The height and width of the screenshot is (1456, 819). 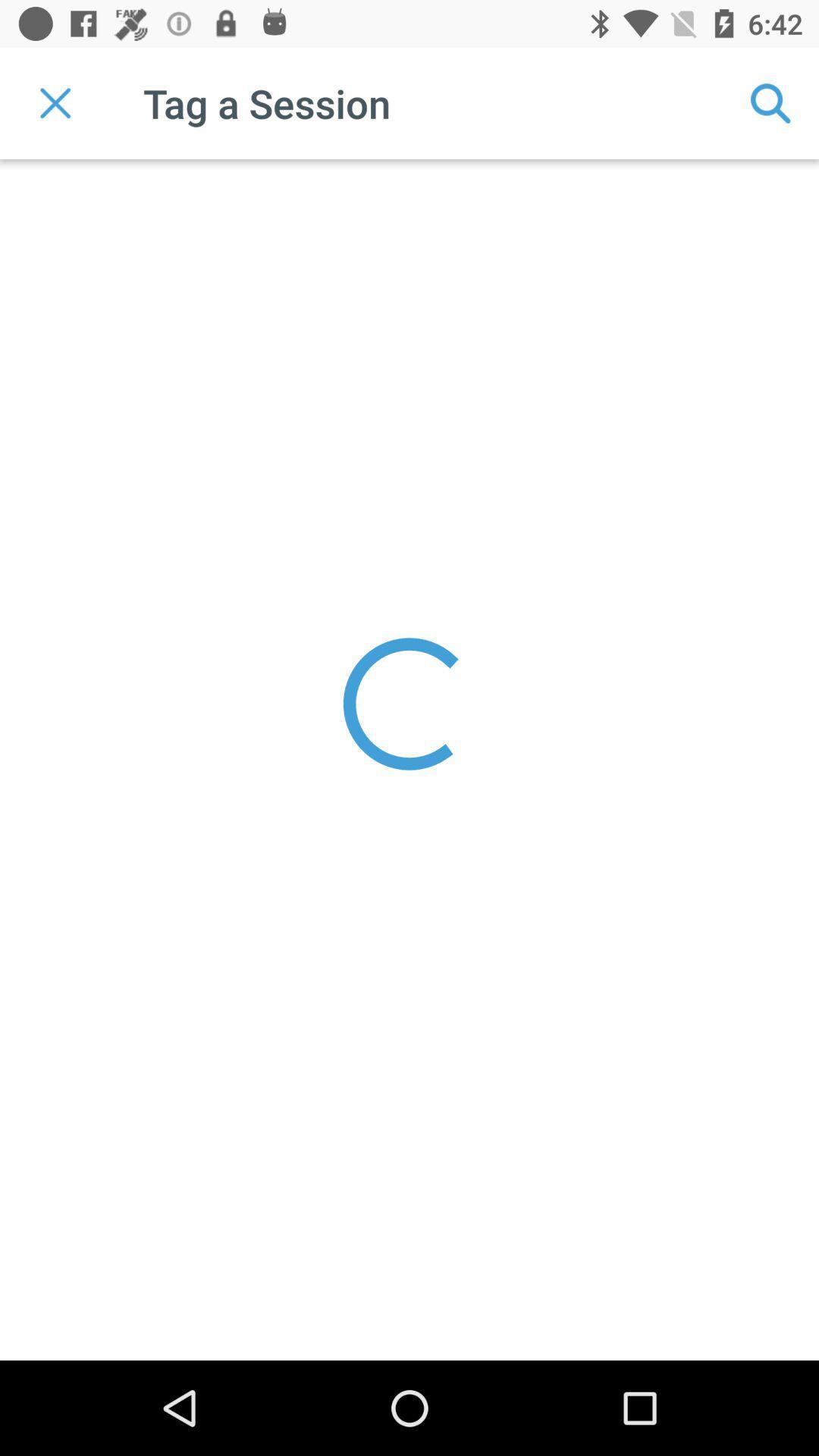 What do you see at coordinates (771, 102) in the screenshot?
I see `item next to the tag a session icon` at bounding box center [771, 102].